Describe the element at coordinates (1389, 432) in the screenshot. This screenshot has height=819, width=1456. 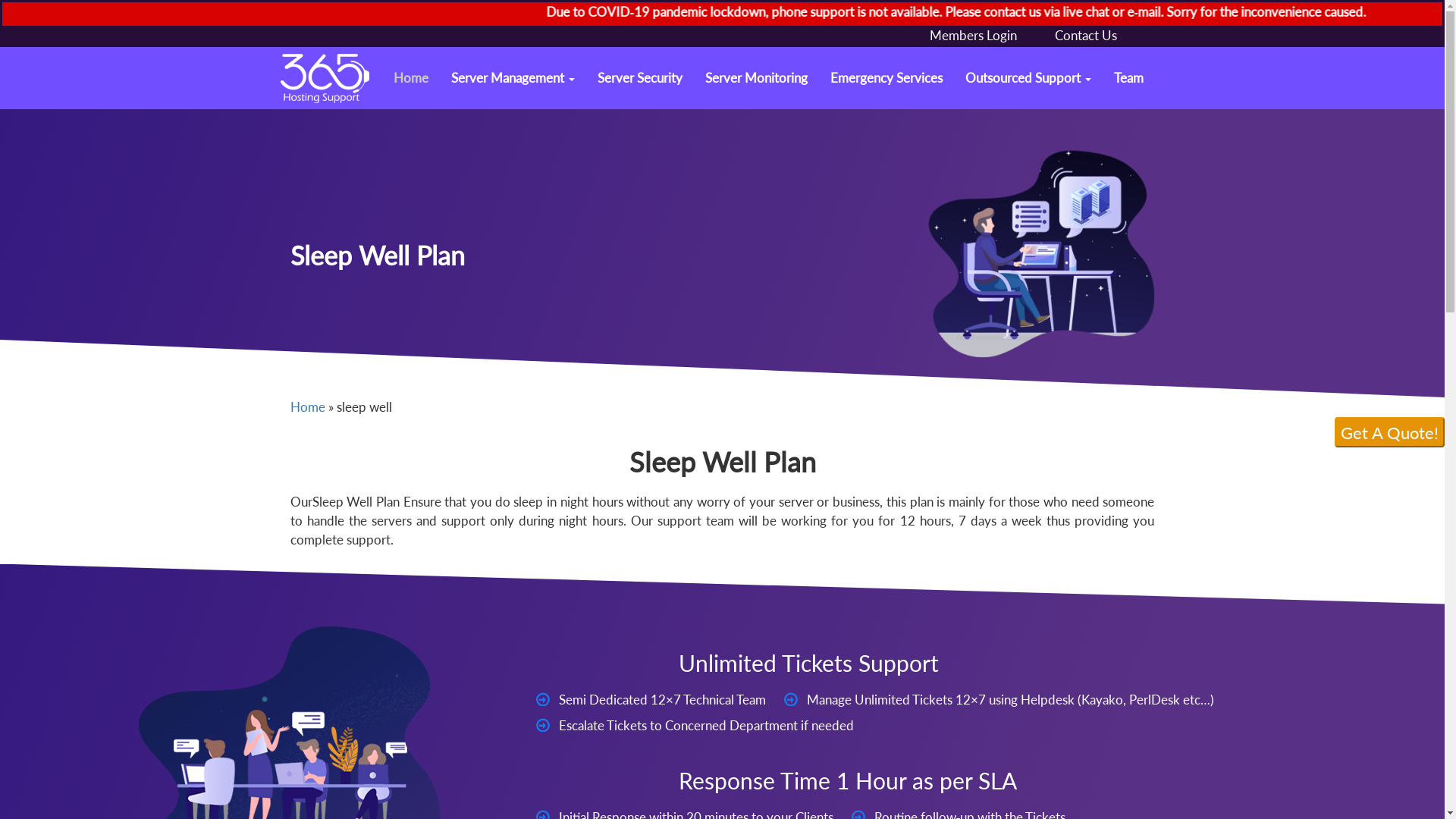
I see `'Get A Quote!'` at that location.